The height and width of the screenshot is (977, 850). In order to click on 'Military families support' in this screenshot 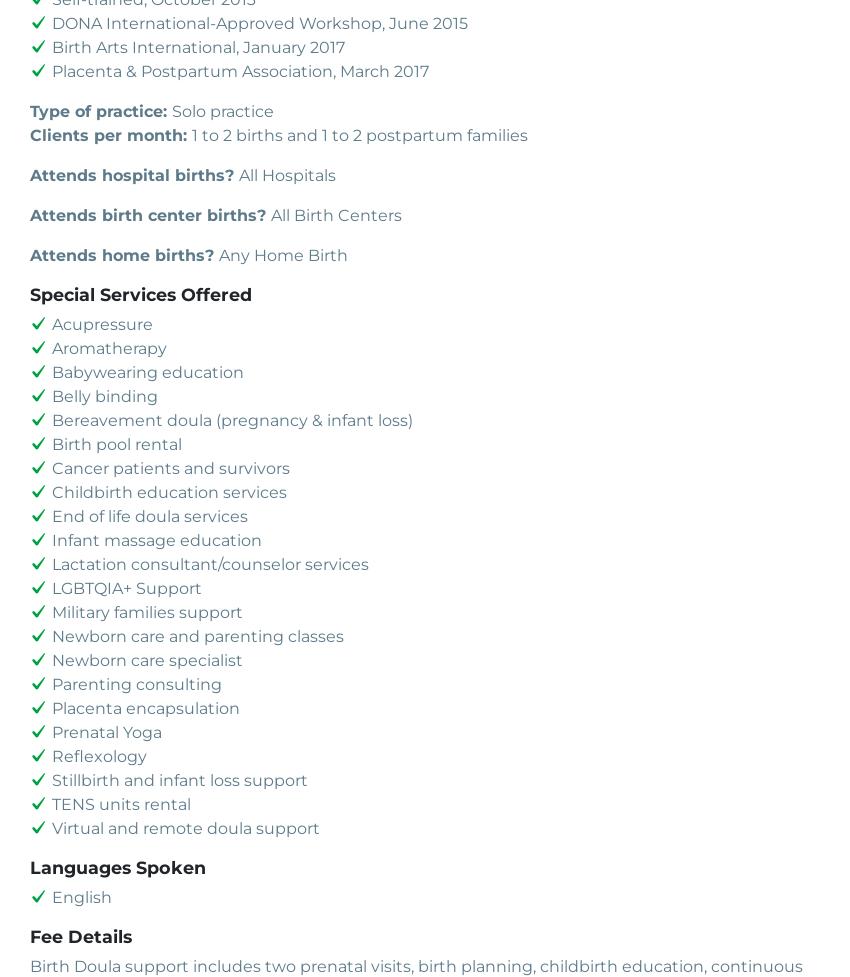, I will do `click(147, 610)`.